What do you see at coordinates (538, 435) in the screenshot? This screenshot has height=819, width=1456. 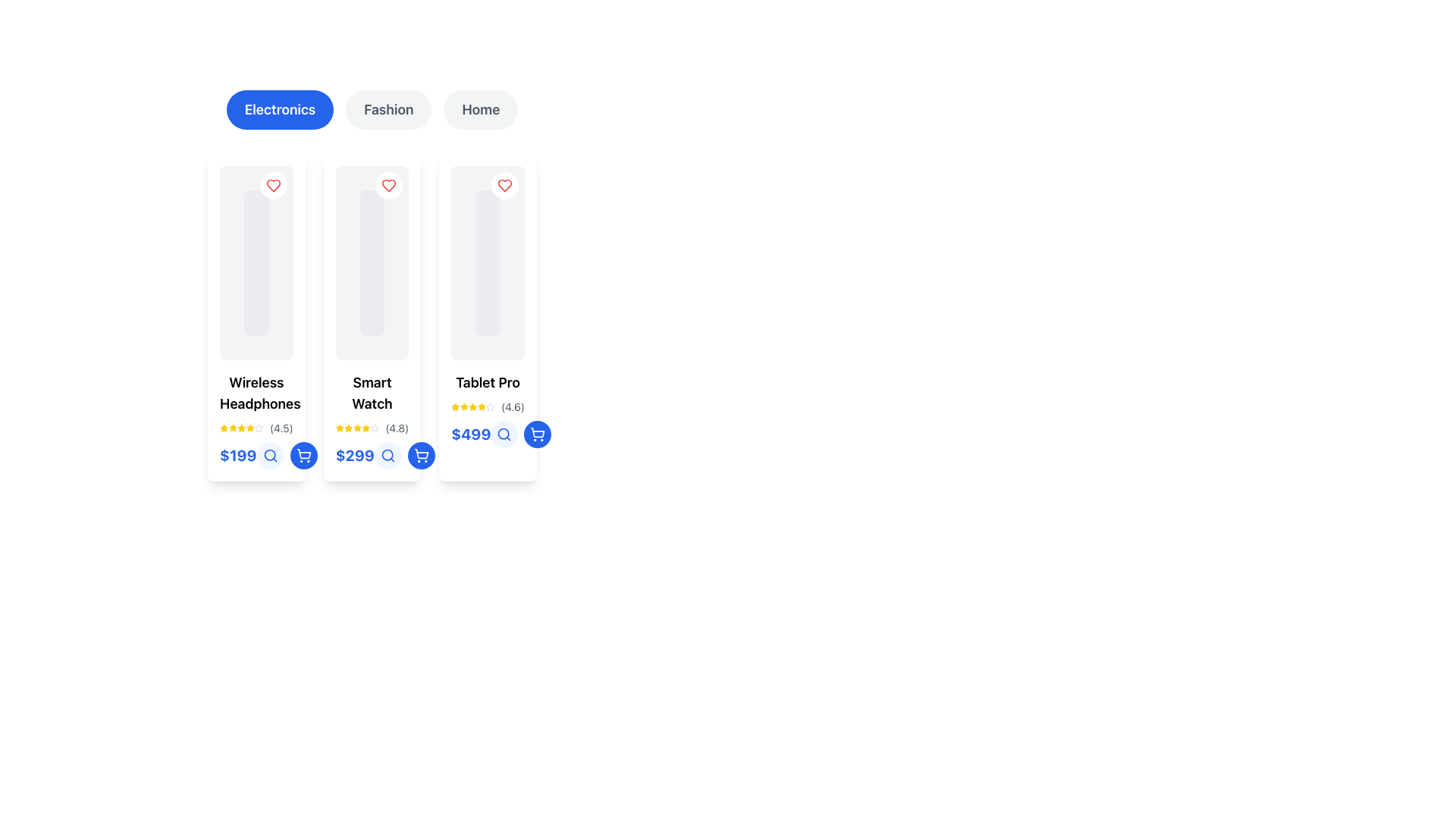 I see `the third shopping cart icon button at the bottom-right corner of the 'Tablet Pro' product card` at bounding box center [538, 435].